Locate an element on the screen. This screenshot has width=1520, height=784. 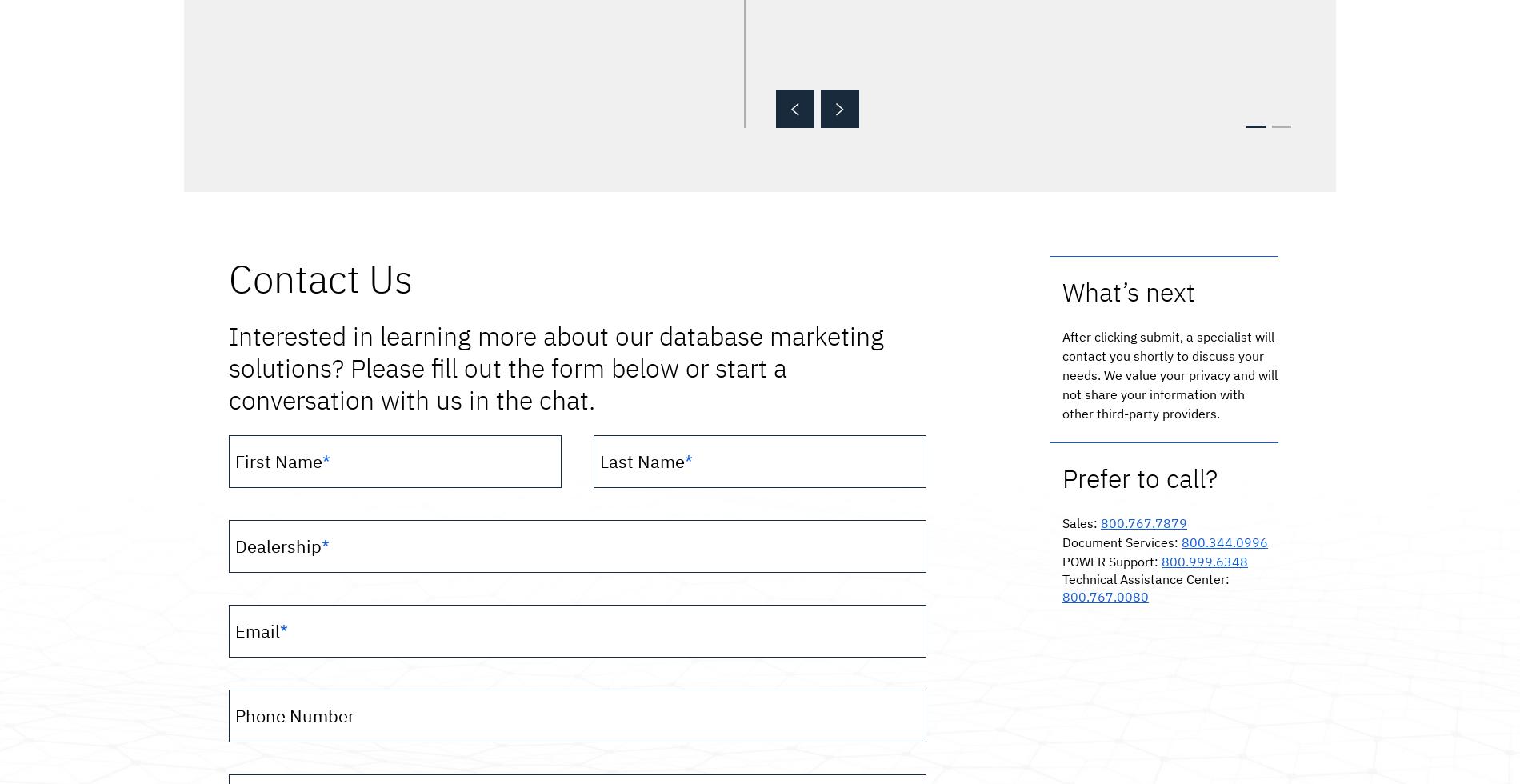
'Document Services' is located at coordinates (1118, 542).